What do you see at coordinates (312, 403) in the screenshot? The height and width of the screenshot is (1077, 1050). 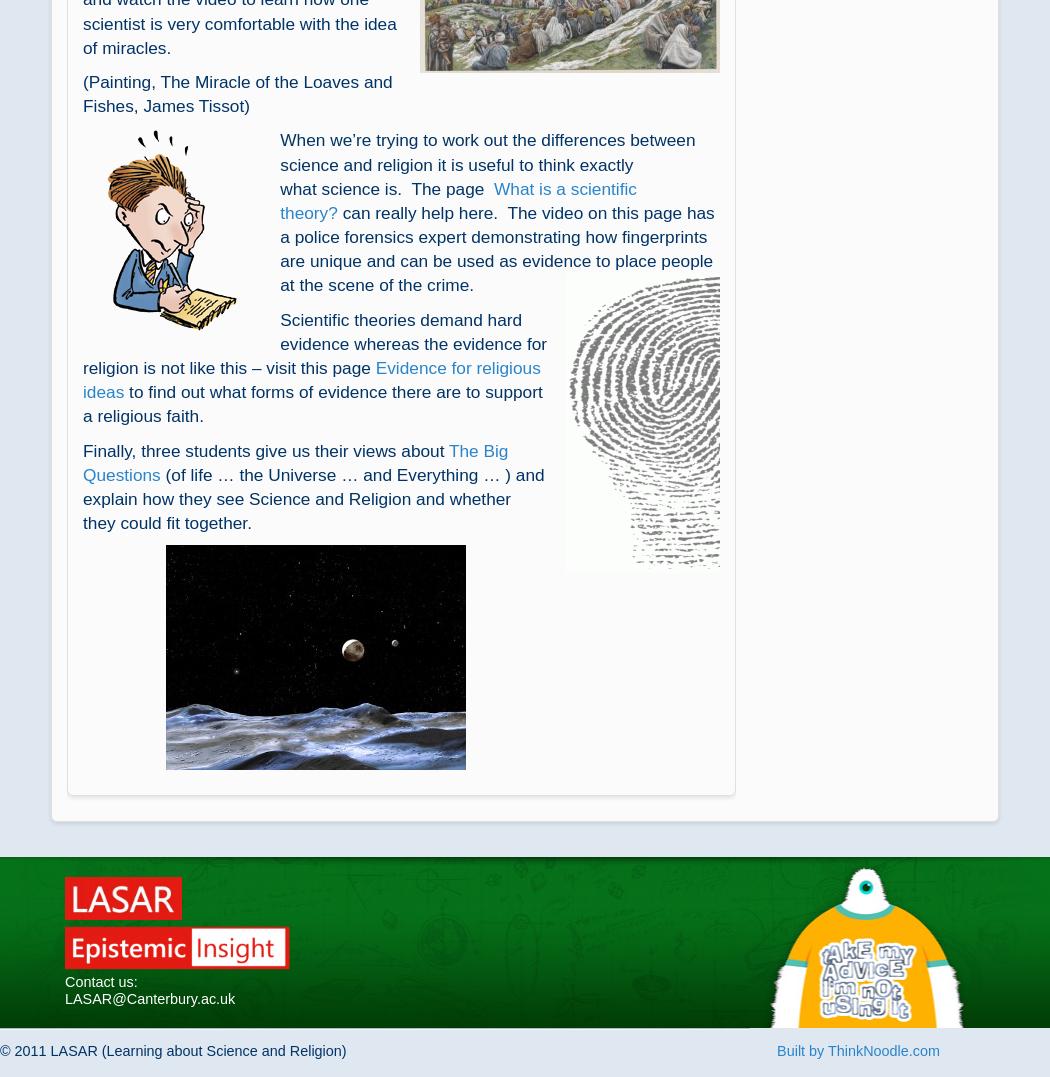 I see `'to find out what forms of evidence there are to support a religious faith.'` at bounding box center [312, 403].